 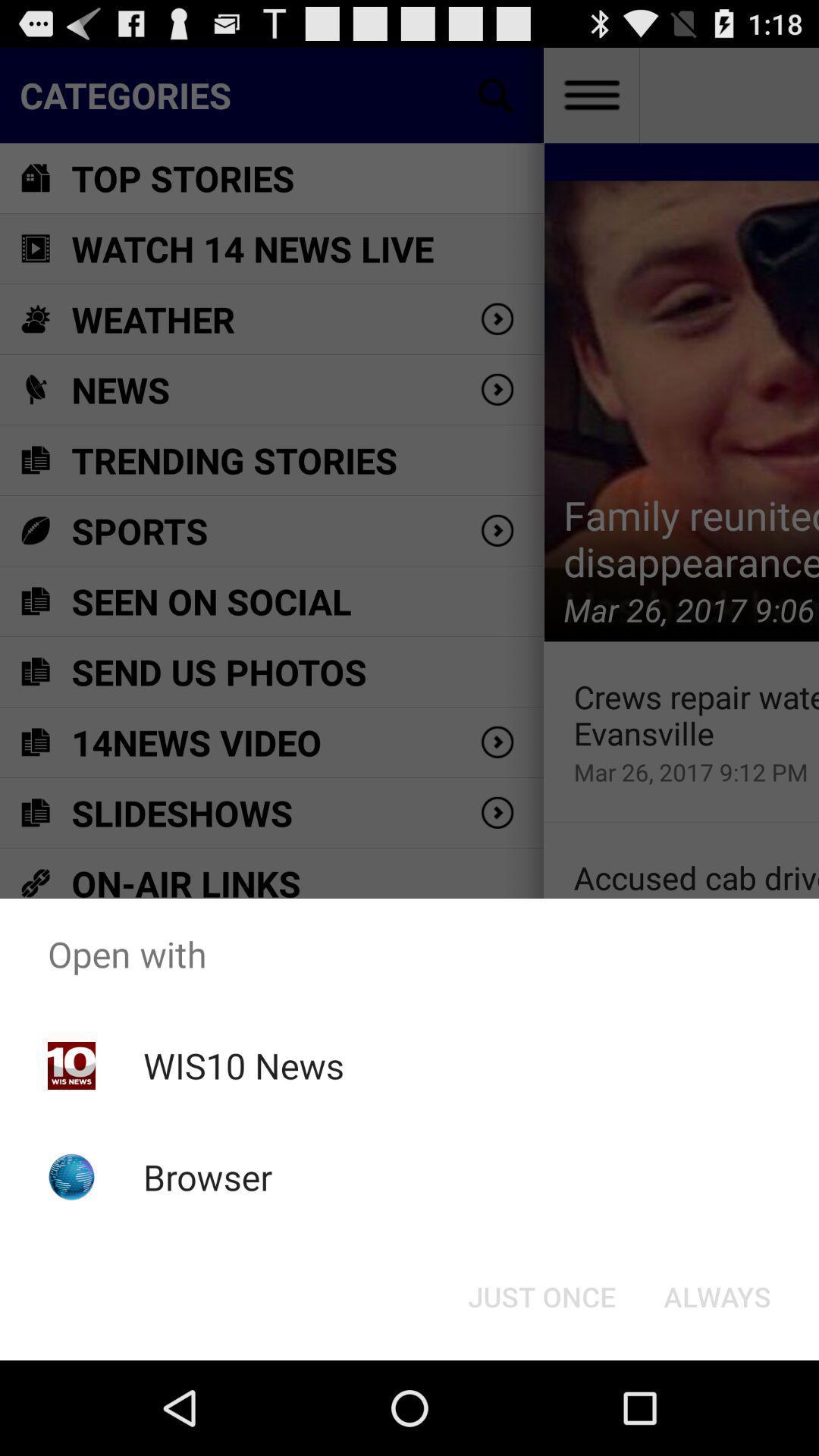 I want to click on just once, so click(x=541, y=1295).